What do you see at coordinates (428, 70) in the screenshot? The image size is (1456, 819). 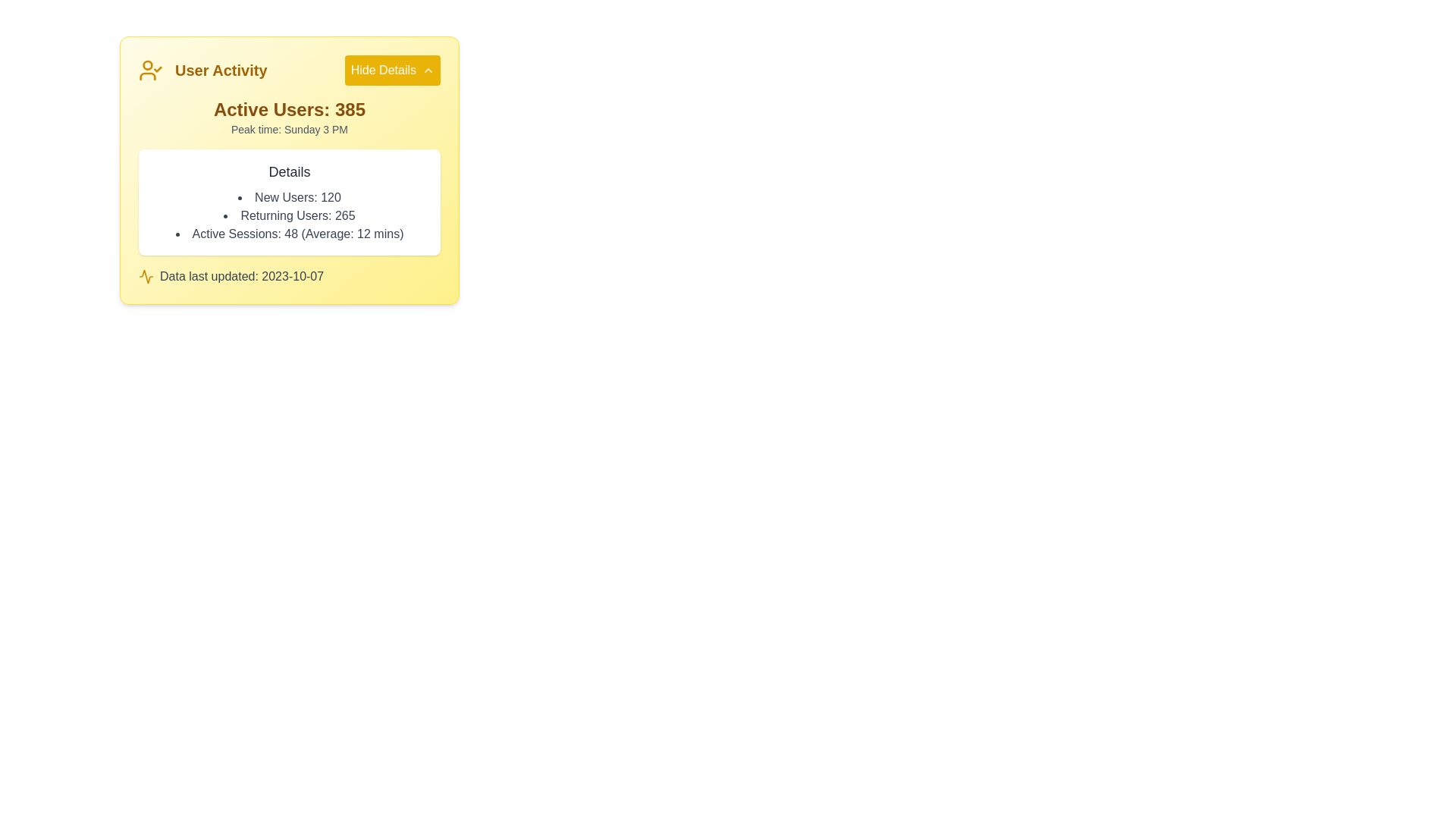 I see `the chevron arrow icon located in the top-right corner of the yellow card interface` at bounding box center [428, 70].